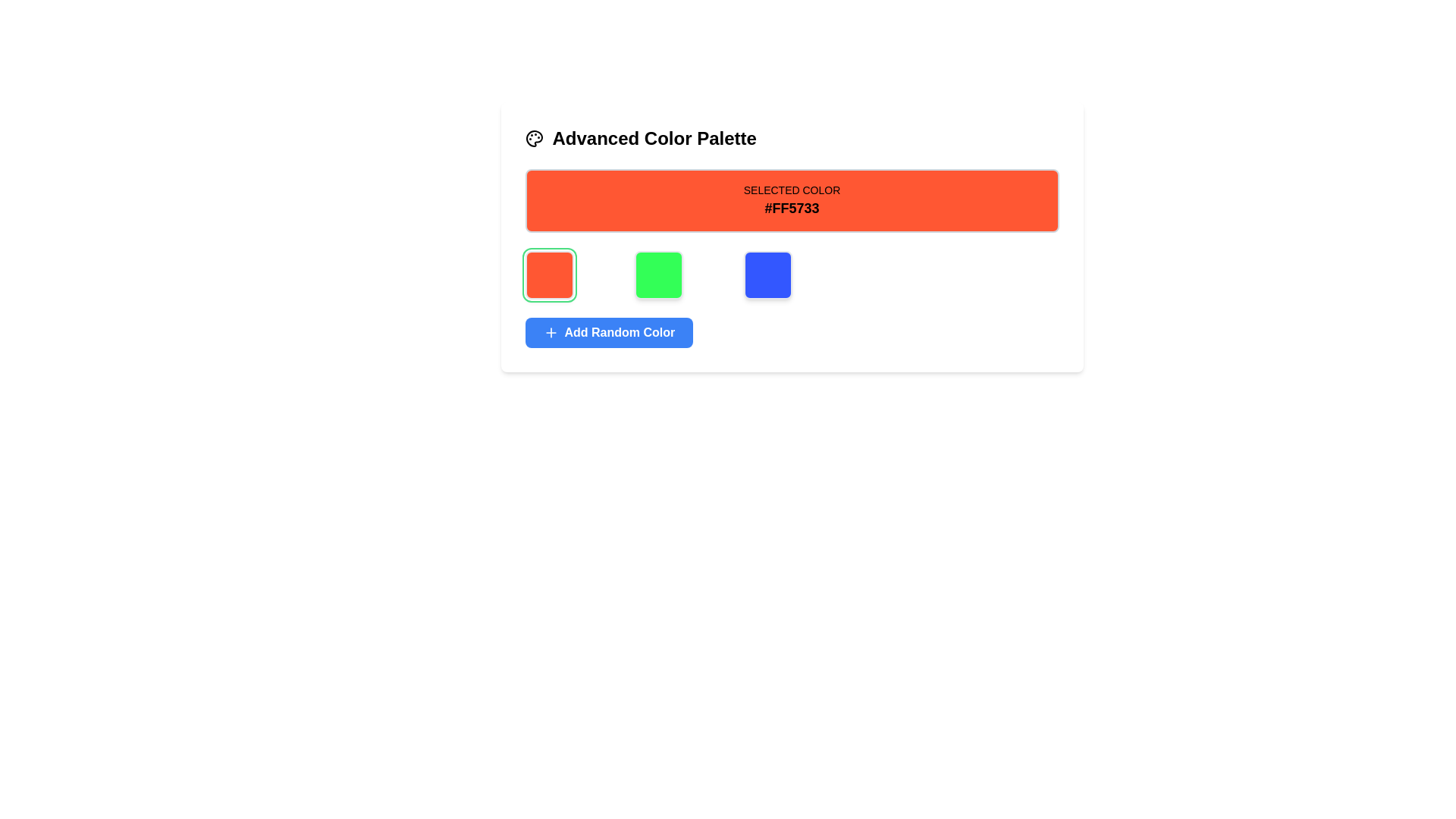 The image size is (1456, 819). What do you see at coordinates (548, 275) in the screenshot?
I see `the first square button in the color selection grid` at bounding box center [548, 275].